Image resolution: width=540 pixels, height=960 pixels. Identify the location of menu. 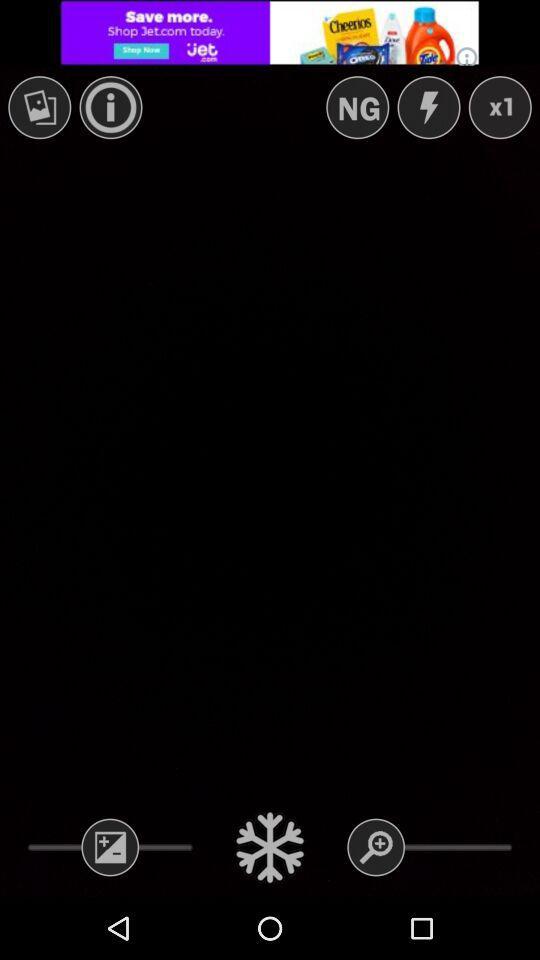
(270, 846).